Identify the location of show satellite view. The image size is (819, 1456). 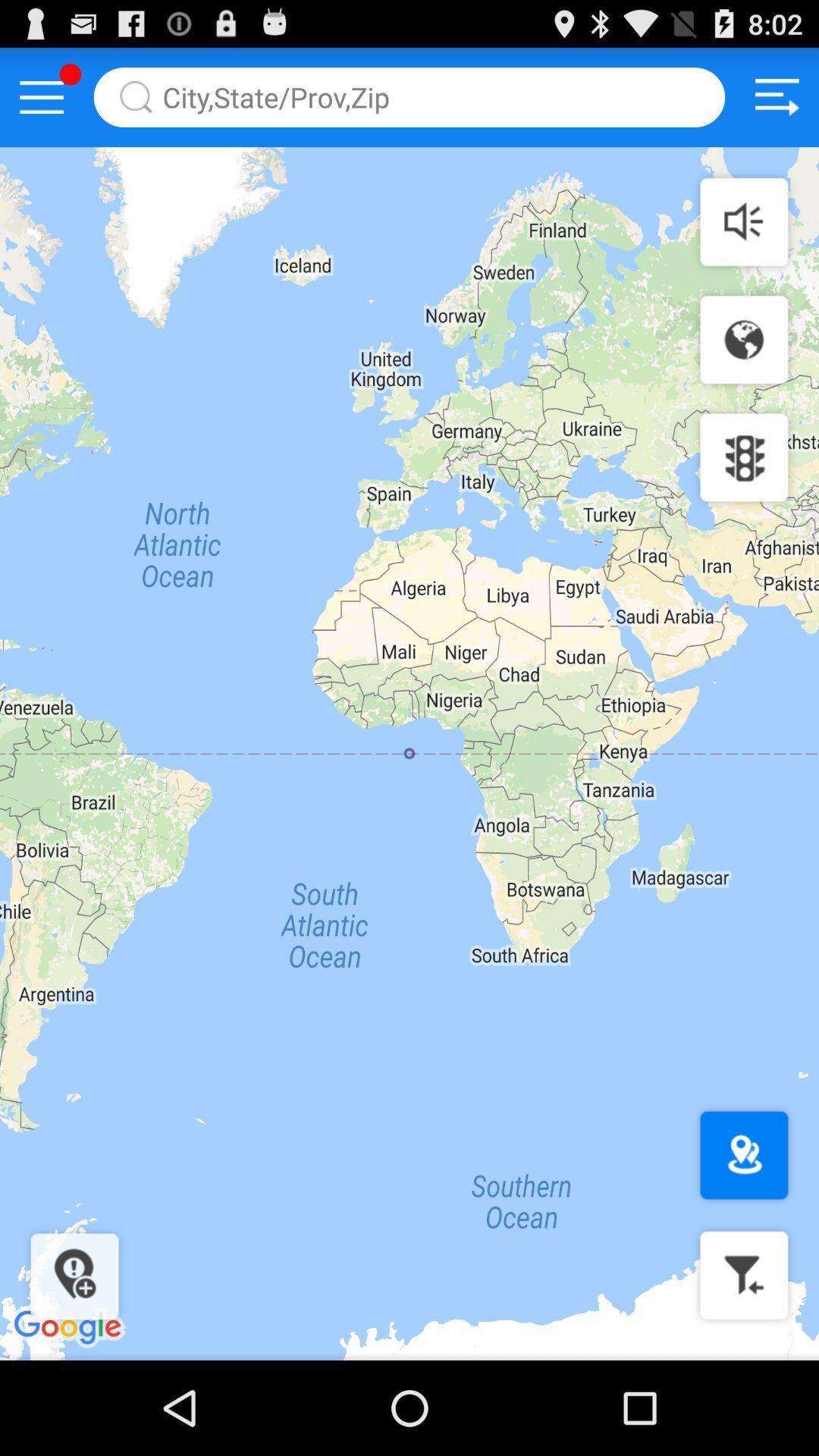
(743, 339).